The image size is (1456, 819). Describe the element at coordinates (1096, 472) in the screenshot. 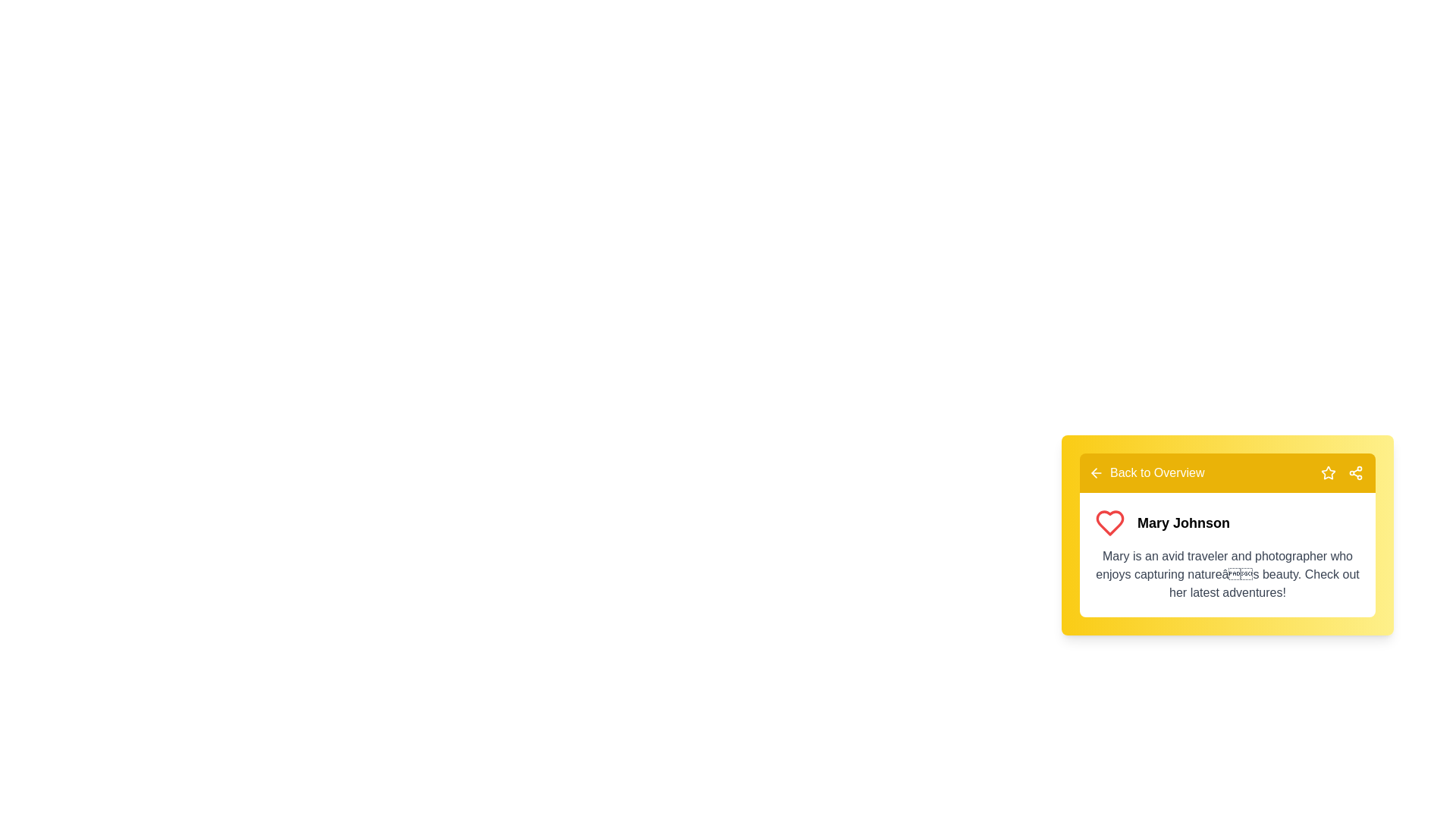

I see `the leftward arrow icon on the yellow background` at that location.